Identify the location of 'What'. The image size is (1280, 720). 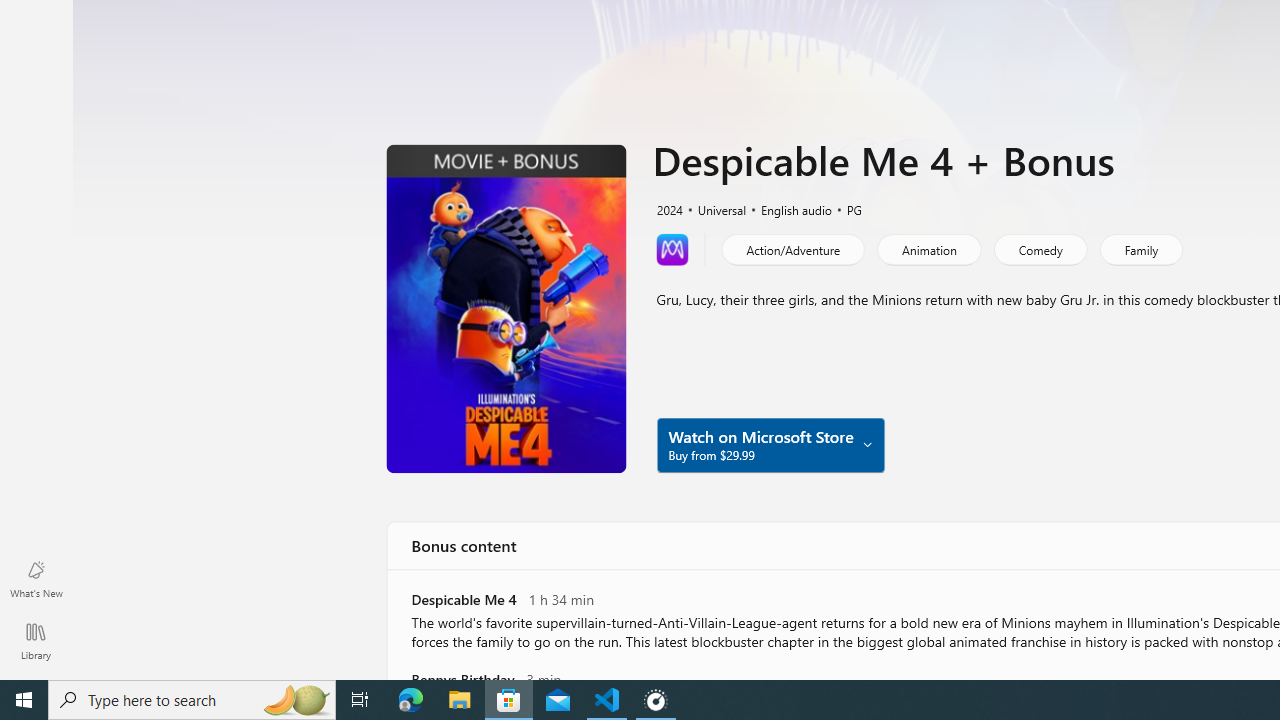
(35, 578).